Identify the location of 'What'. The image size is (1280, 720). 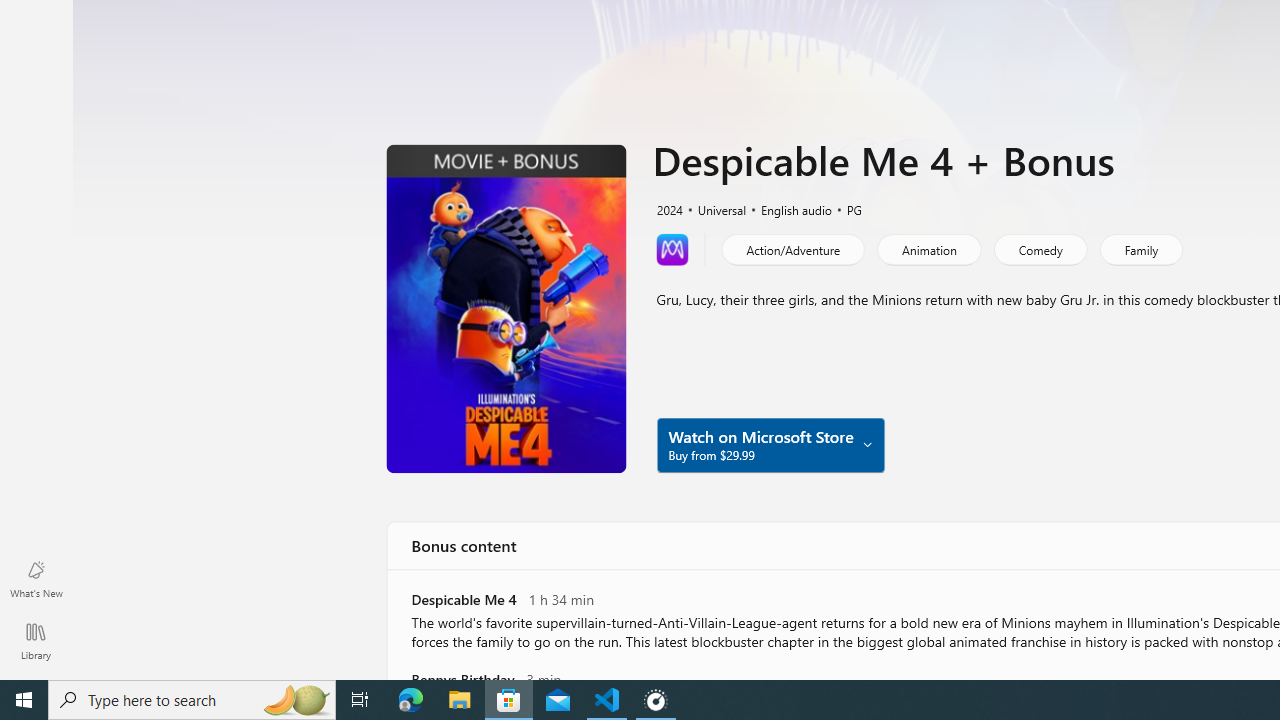
(35, 578).